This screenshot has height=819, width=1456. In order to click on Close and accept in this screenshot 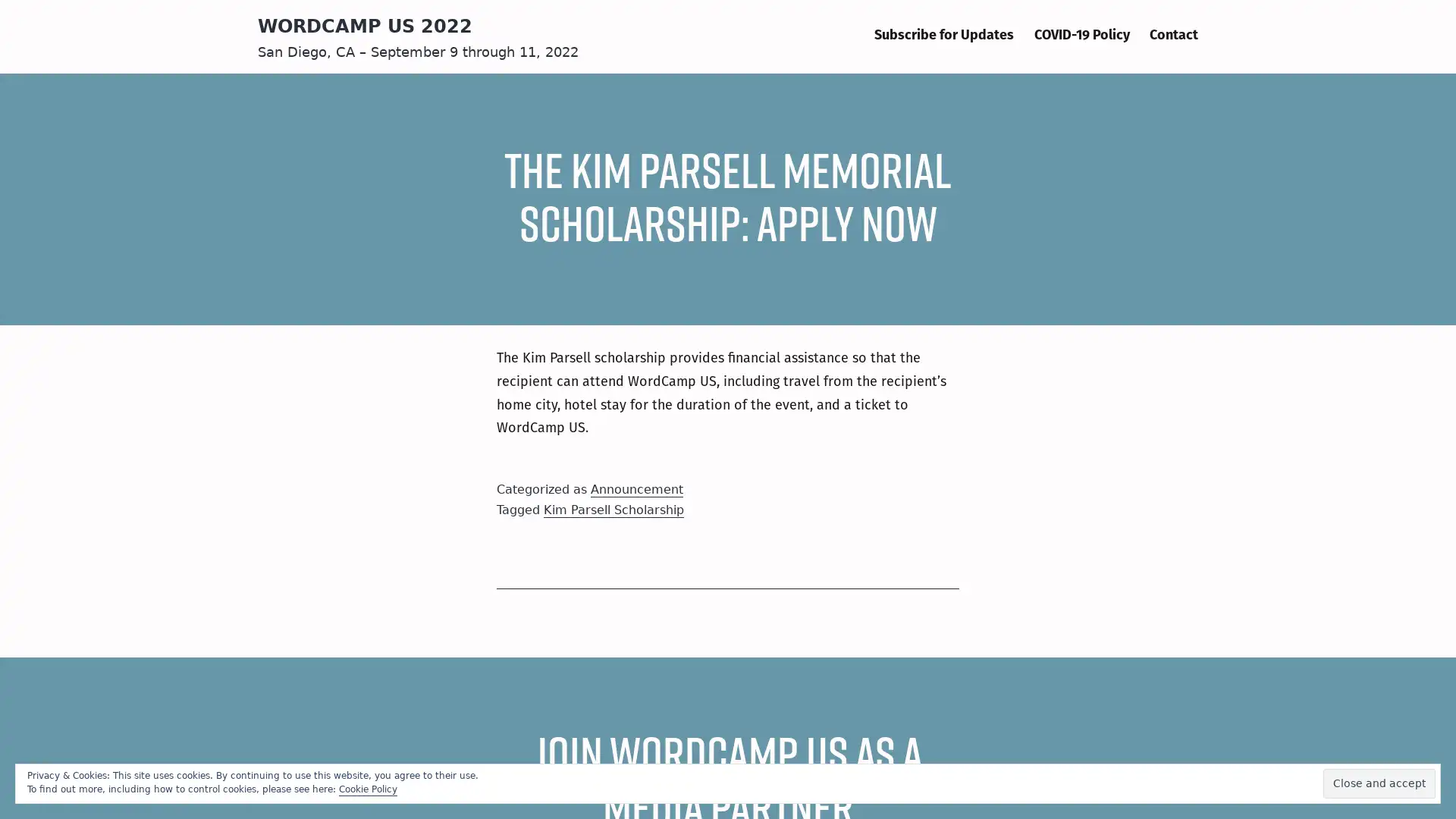, I will do `click(1379, 783)`.